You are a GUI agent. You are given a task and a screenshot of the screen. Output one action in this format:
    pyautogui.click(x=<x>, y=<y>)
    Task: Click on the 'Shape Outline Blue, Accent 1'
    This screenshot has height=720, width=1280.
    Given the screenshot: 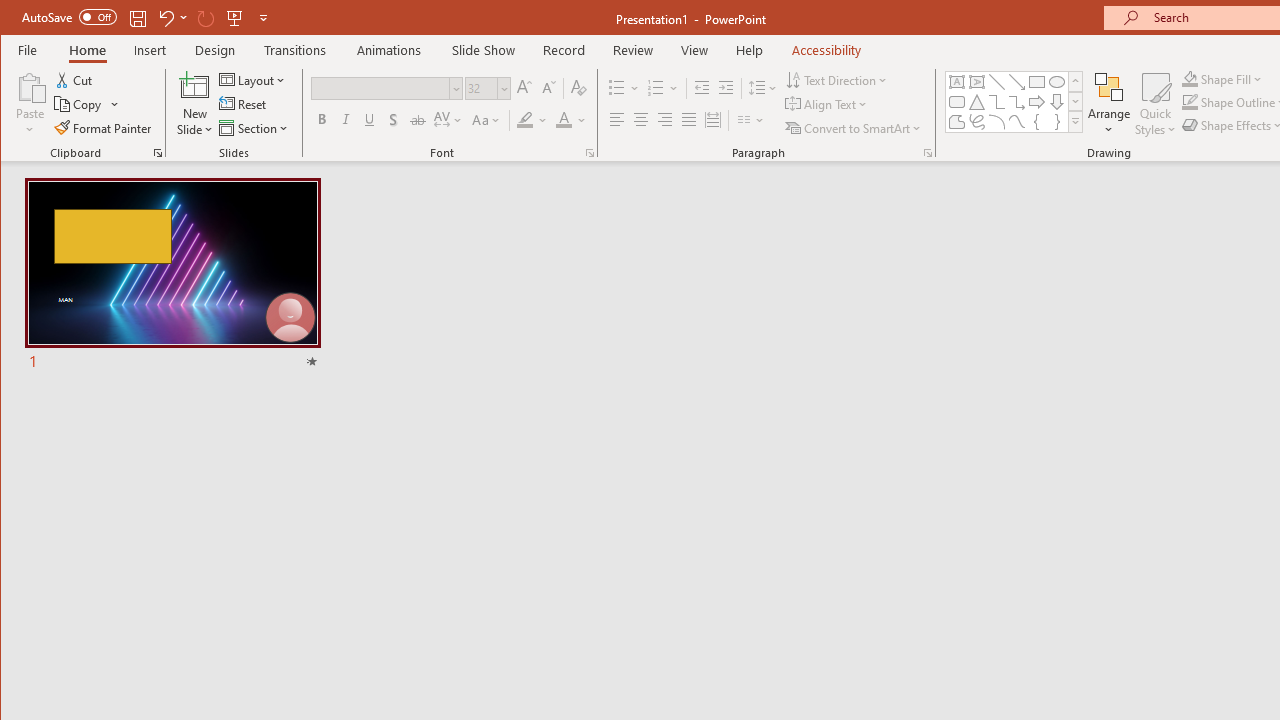 What is the action you would take?
    pyautogui.click(x=1189, y=102)
    